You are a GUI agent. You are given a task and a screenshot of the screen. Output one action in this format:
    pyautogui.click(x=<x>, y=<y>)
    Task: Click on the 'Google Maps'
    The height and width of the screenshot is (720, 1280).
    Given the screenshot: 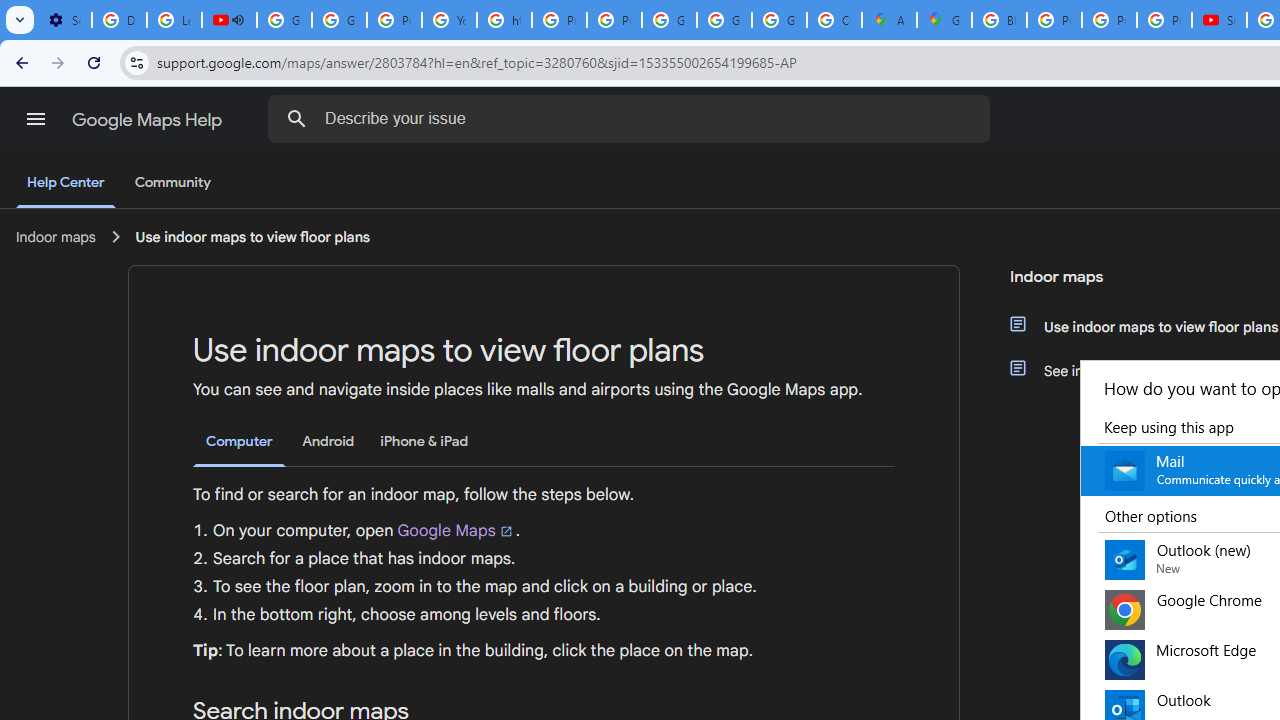 What is the action you would take?
    pyautogui.click(x=455, y=530)
    